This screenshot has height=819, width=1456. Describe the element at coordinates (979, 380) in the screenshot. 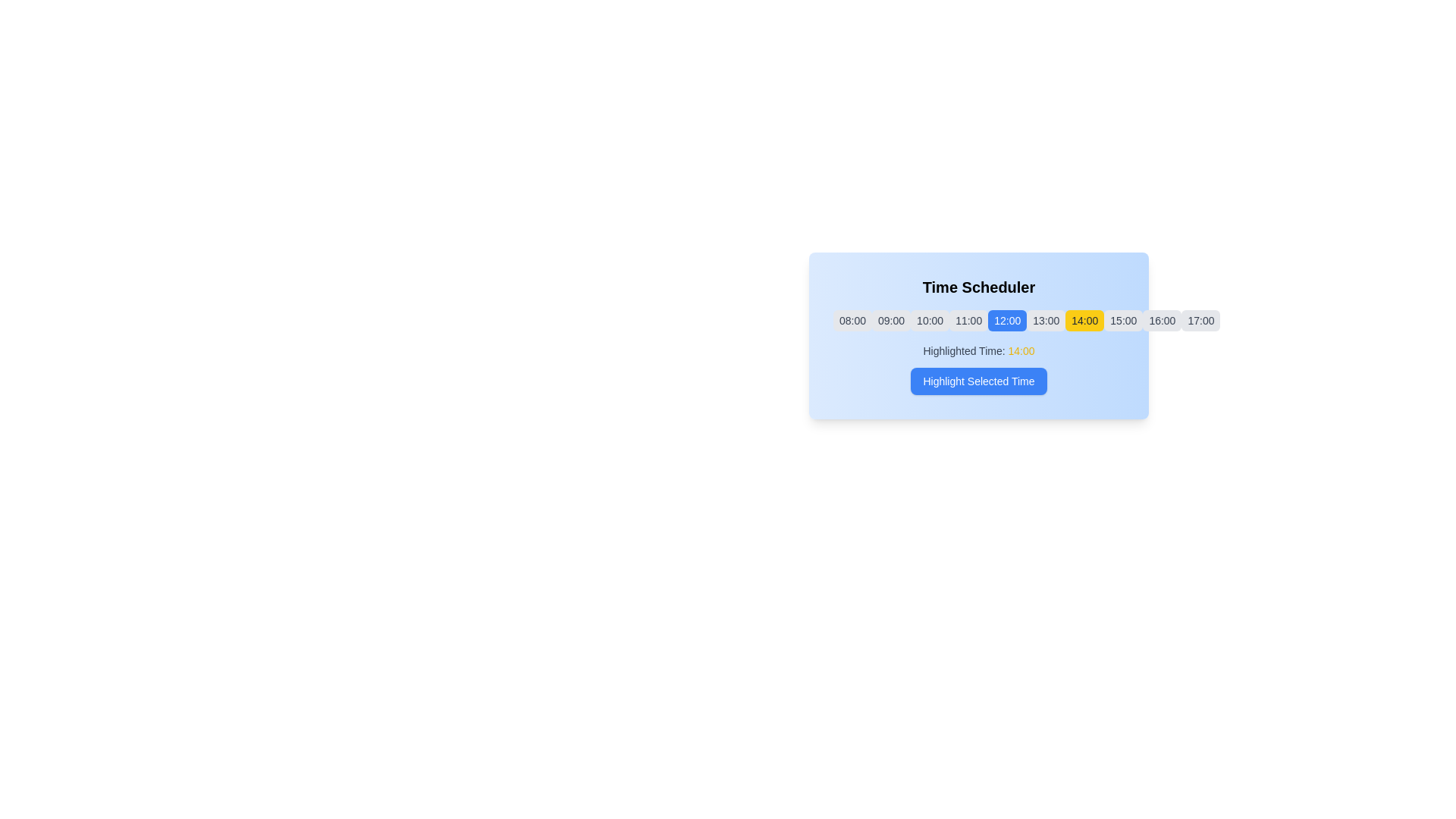

I see `the button located centrally below the text 'Highlighted Time: 14:00'` at that location.